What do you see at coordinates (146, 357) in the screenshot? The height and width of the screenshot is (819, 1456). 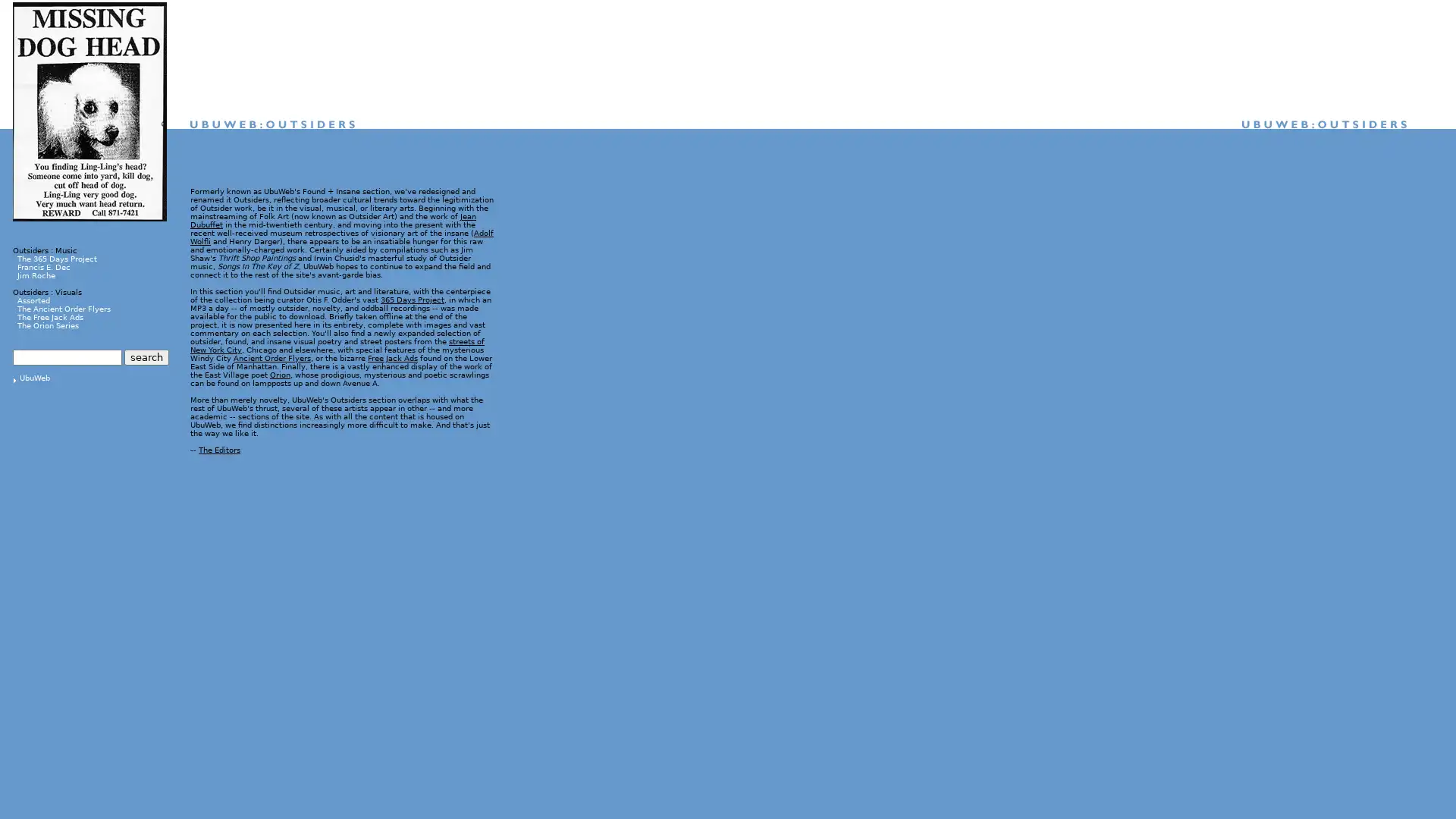 I see `search` at bounding box center [146, 357].